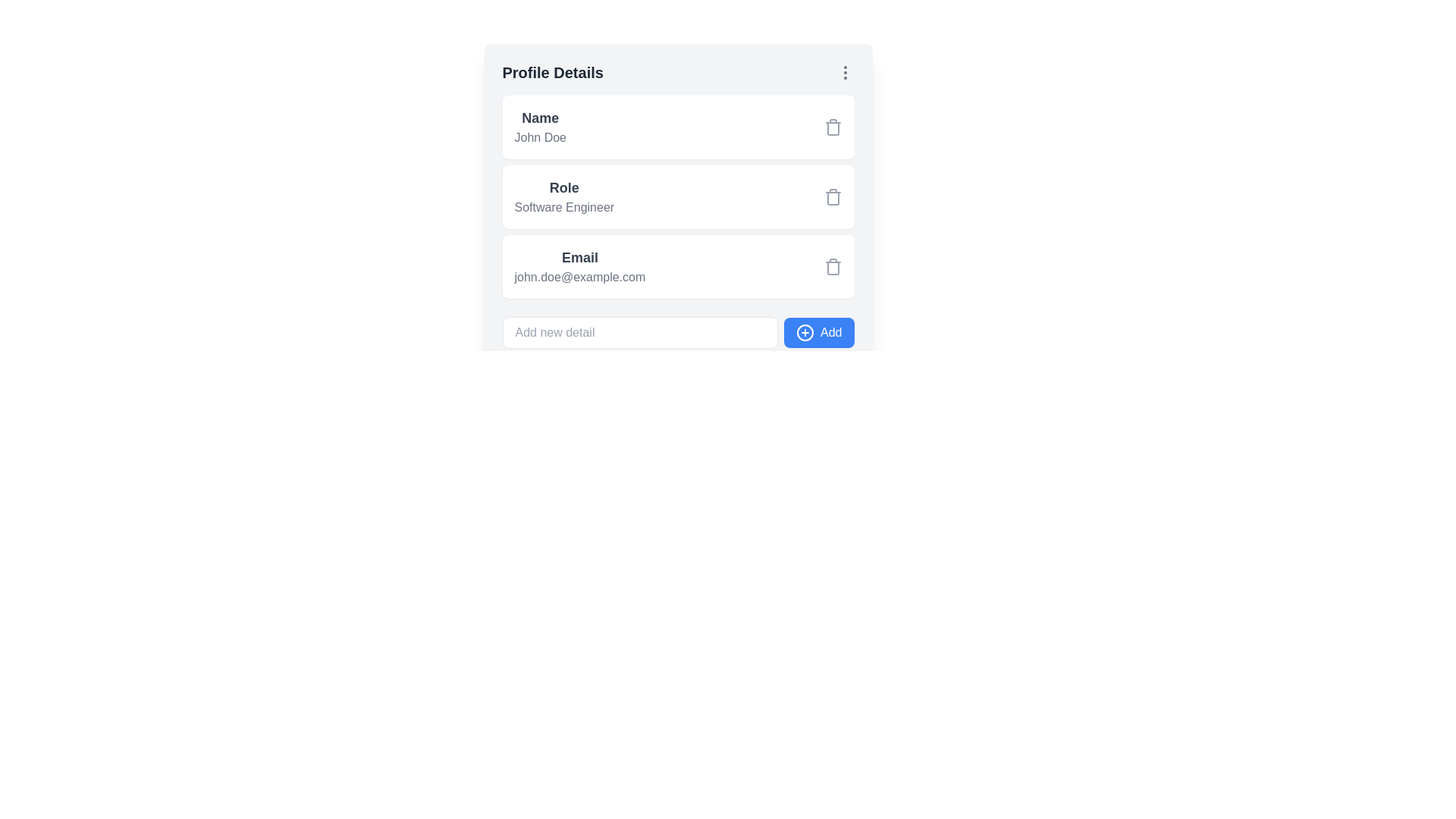 The height and width of the screenshot is (819, 1456). What do you see at coordinates (540, 137) in the screenshot?
I see `the text label displaying 'John Doe', which is styled with a gray font color and located below the 'Name' label in the 'Profile Details' section` at bounding box center [540, 137].